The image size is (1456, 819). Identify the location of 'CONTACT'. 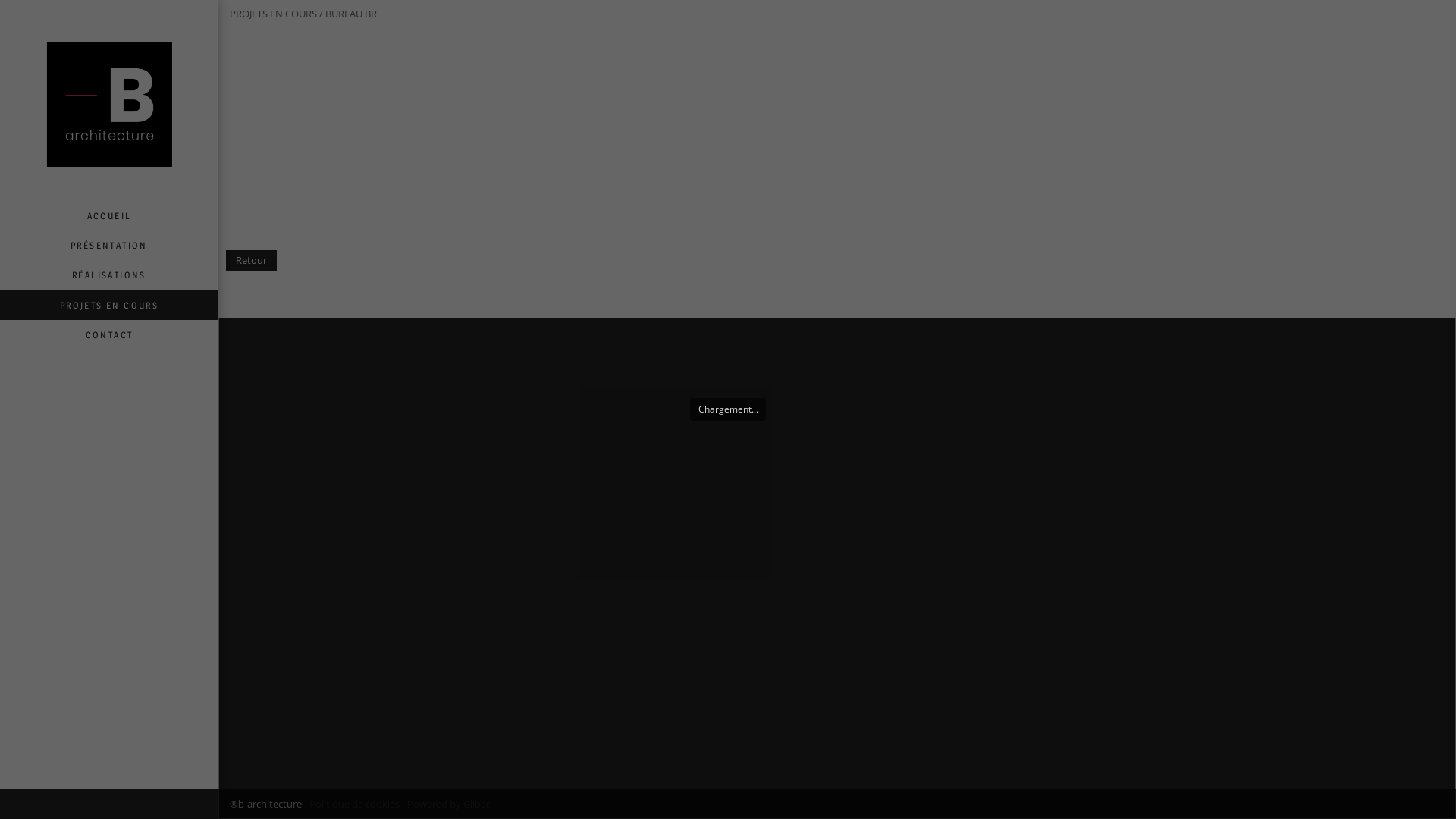
(108, 334).